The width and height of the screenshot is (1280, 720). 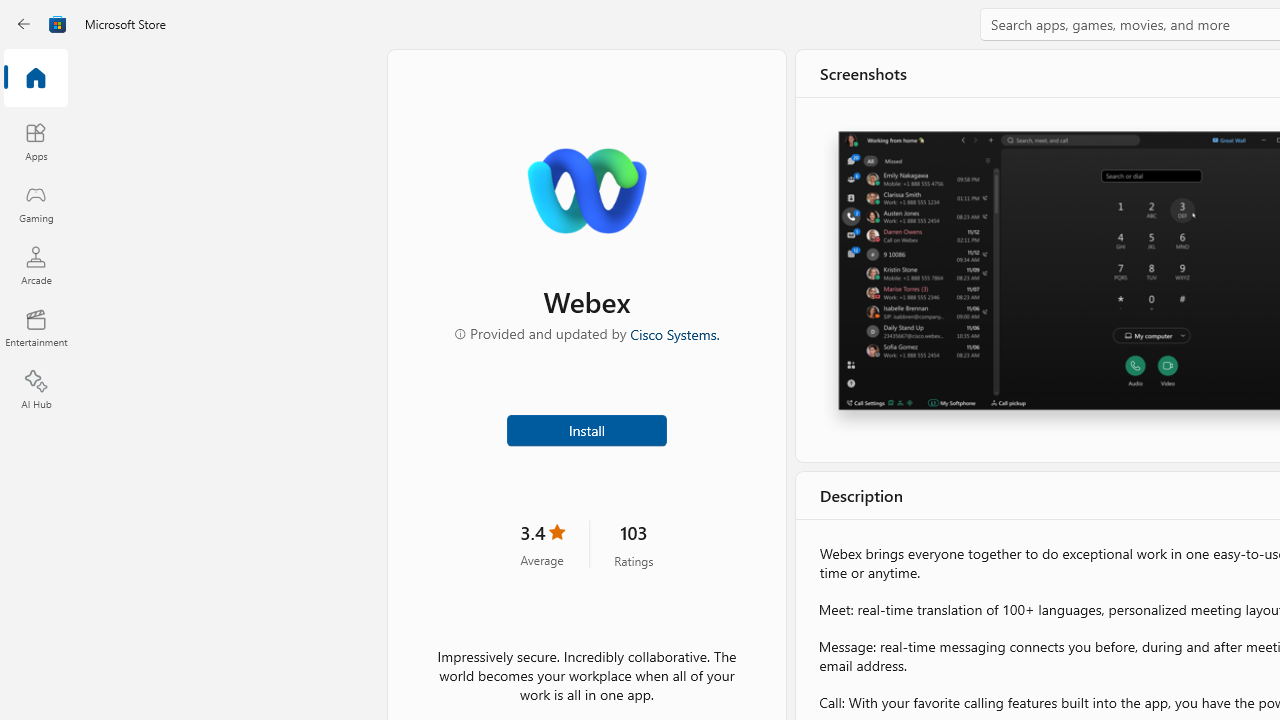 What do you see at coordinates (35, 390) in the screenshot?
I see `'AI Hub'` at bounding box center [35, 390].